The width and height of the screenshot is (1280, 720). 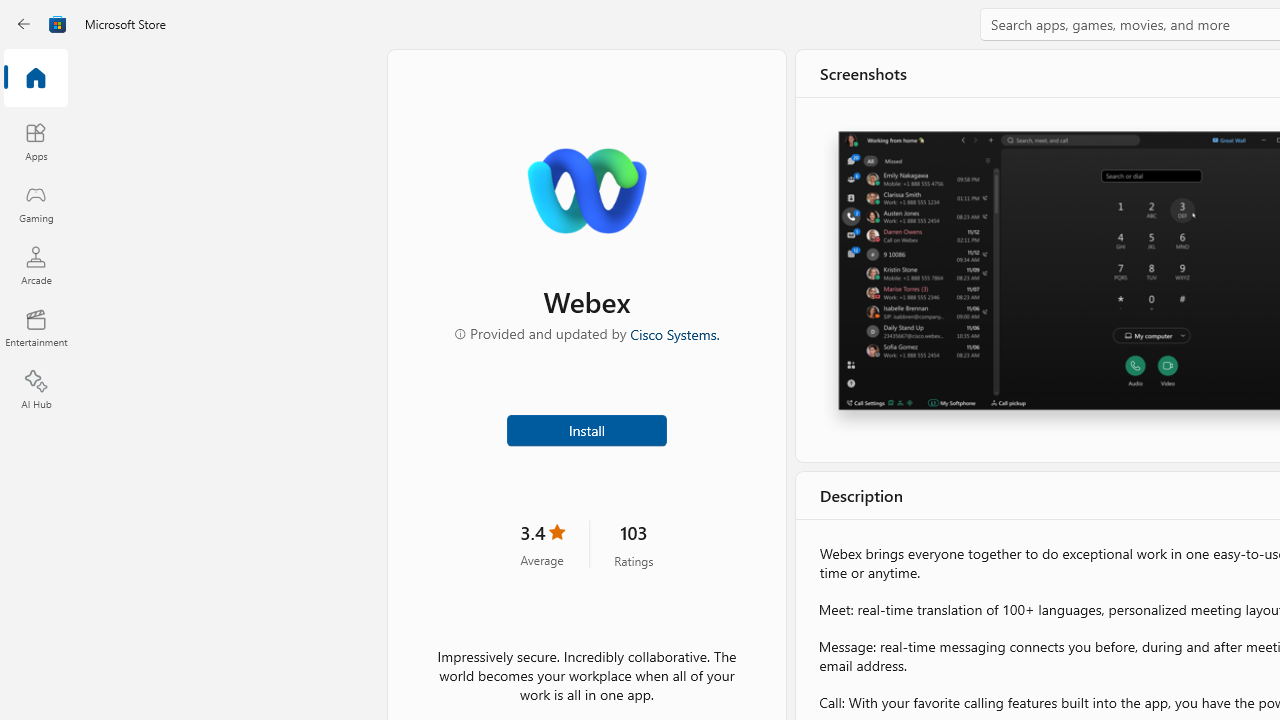 What do you see at coordinates (35, 390) in the screenshot?
I see `'AI Hub'` at bounding box center [35, 390].